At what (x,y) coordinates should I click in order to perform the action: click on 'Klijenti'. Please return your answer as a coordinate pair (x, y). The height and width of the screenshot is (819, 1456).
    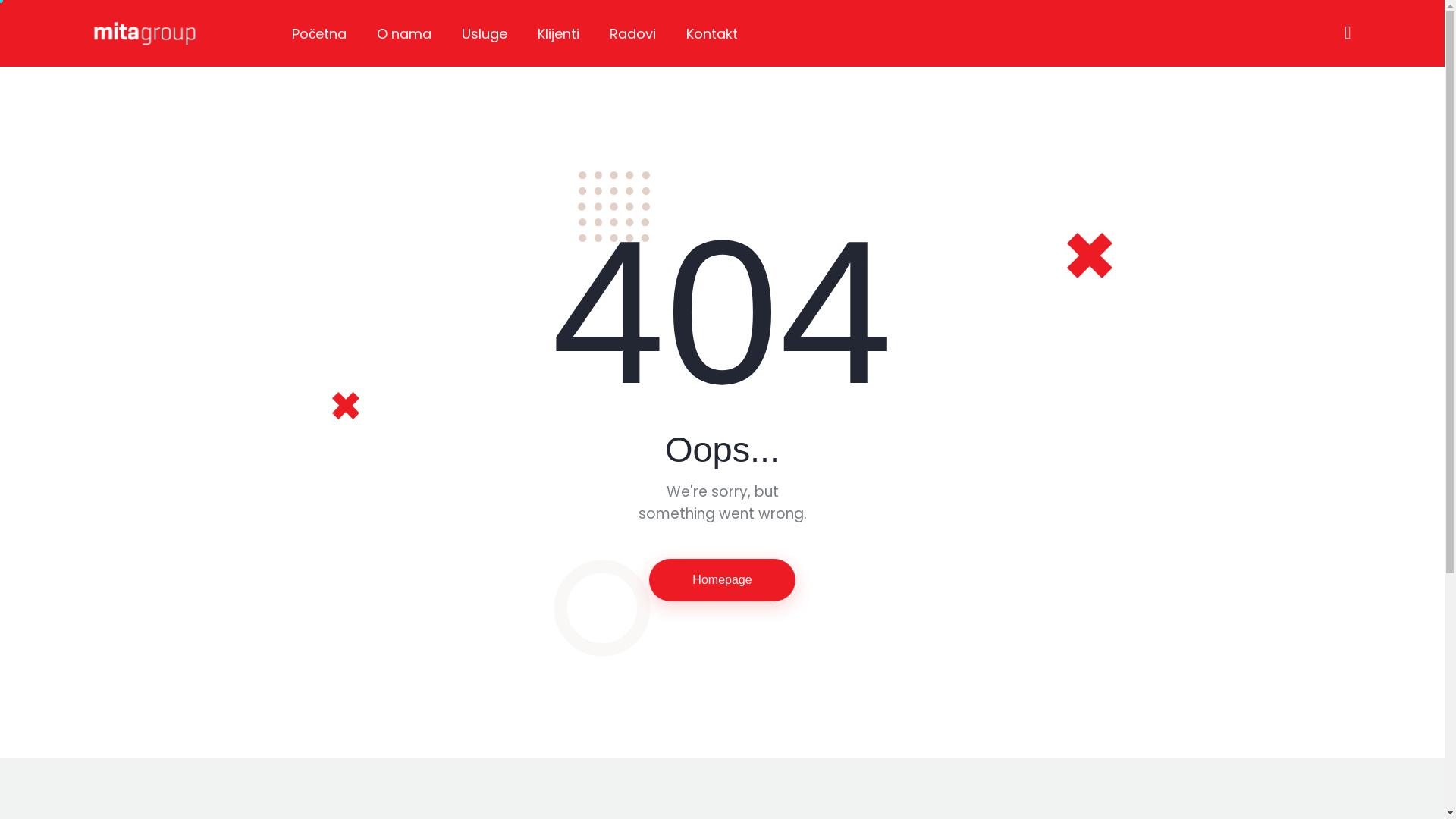
    Looking at the image, I should click on (557, 34).